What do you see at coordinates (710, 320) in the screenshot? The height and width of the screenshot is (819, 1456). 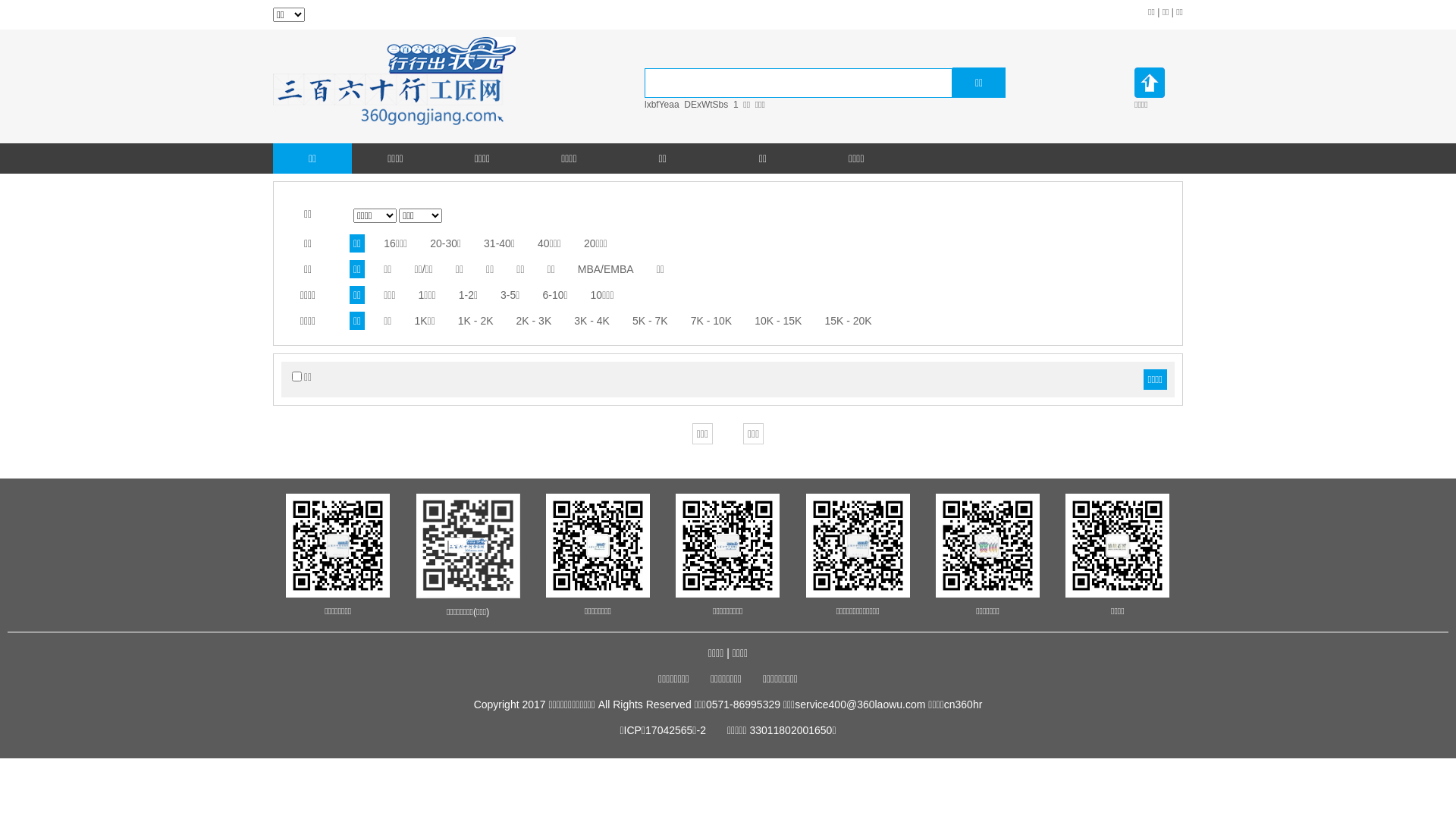 I see `'7K - 10K'` at bounding box center [710, 320].